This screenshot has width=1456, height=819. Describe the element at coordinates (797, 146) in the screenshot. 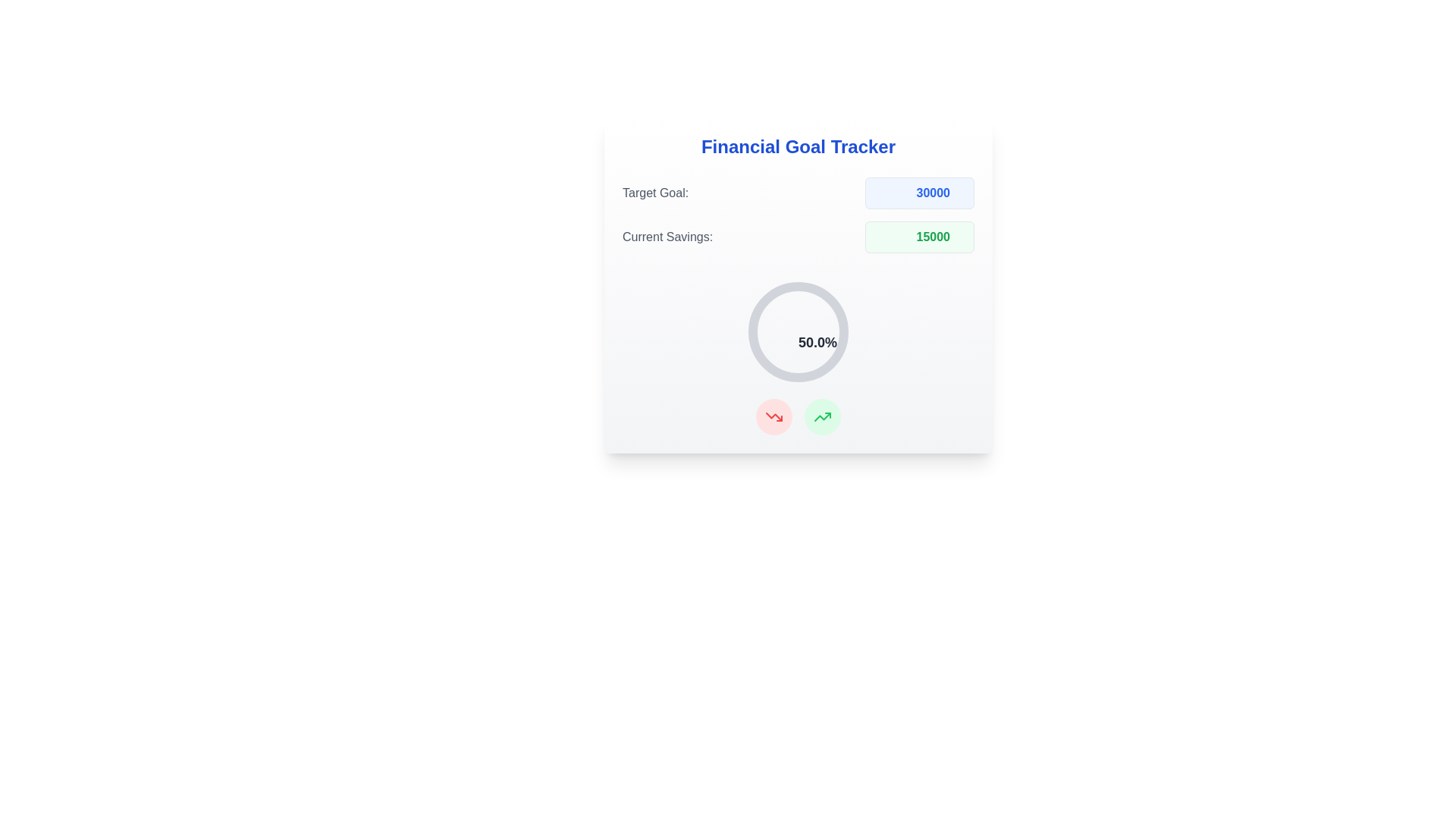

I see `header text for the financial goal tracking section located at the top of the rounded, shadowed box` at that location.